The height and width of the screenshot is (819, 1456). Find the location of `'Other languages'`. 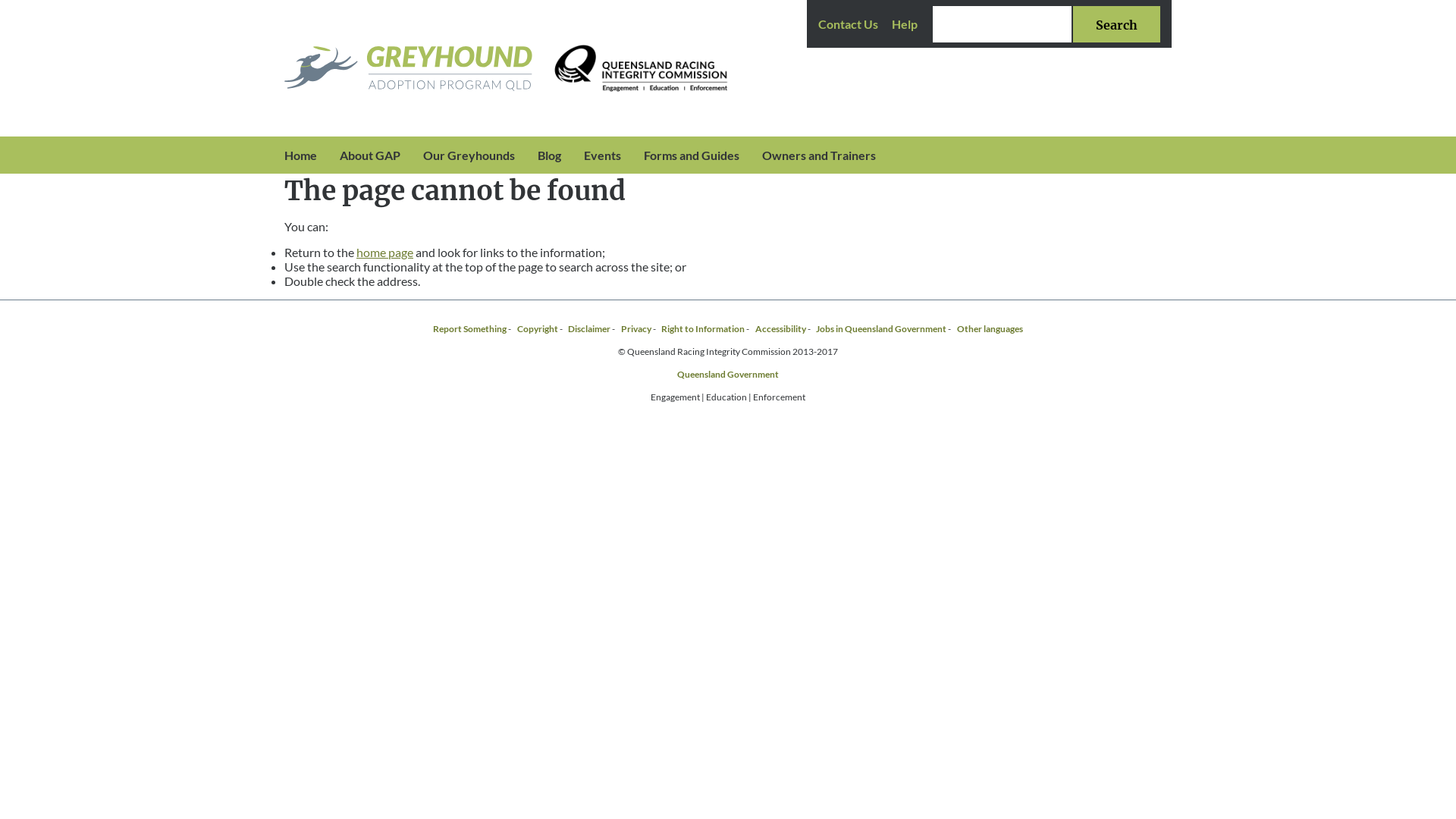

'Other languages' is located at coordinates (990, 328).